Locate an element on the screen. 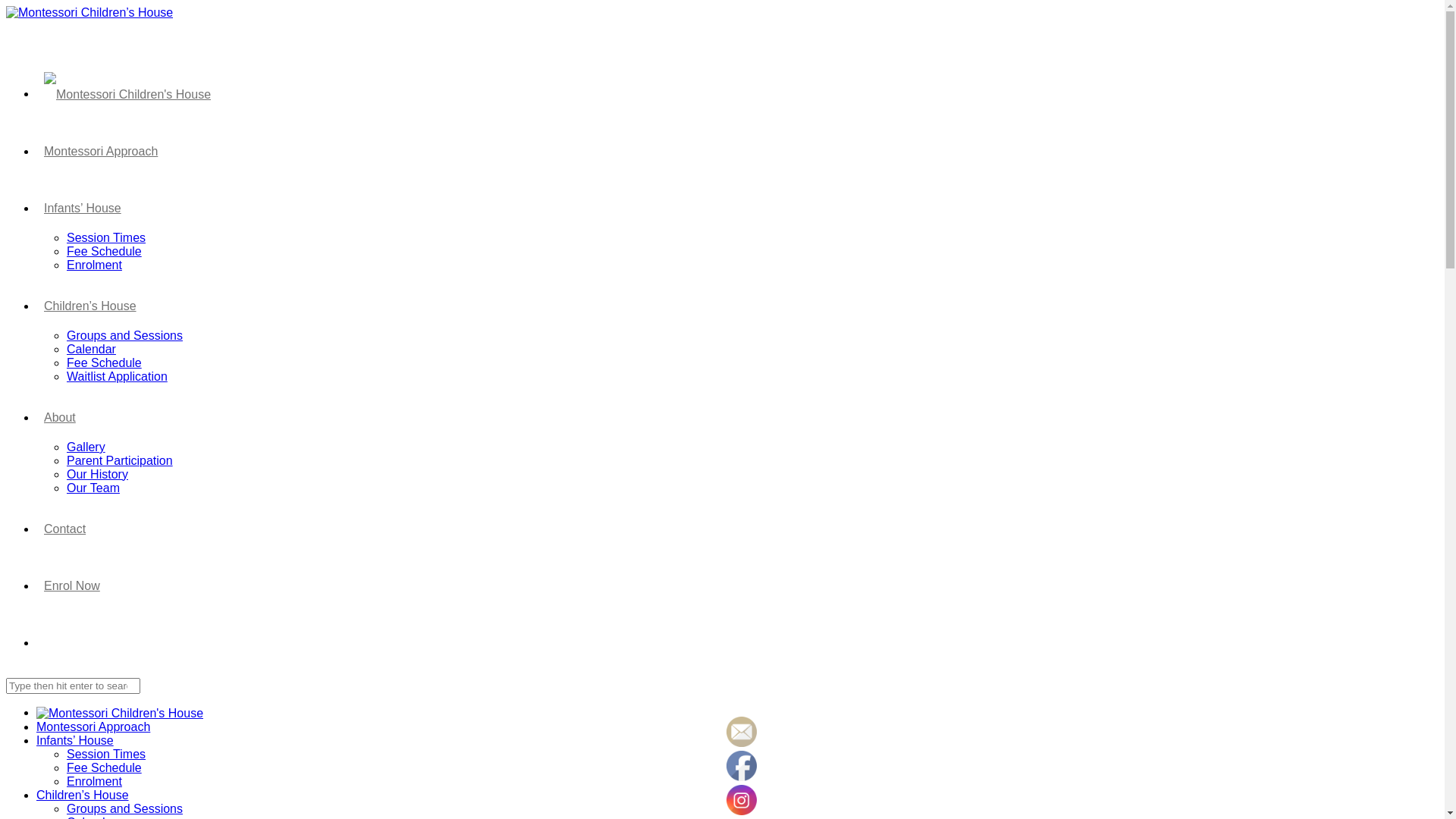  'Fee Schedule' is located at coordinates (103, 767).